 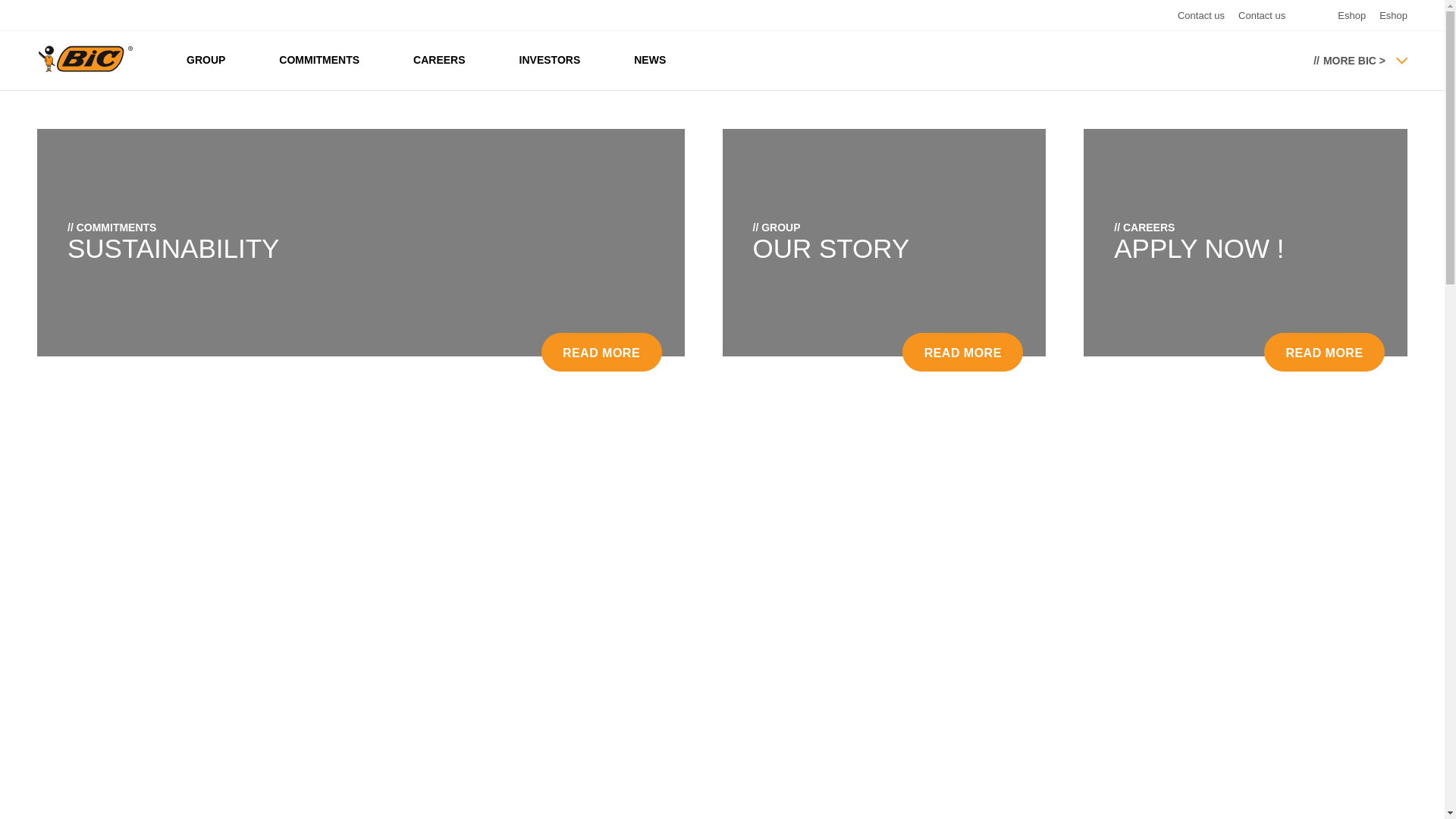 I want to click on 'BIC', so click(x=36, y=58).